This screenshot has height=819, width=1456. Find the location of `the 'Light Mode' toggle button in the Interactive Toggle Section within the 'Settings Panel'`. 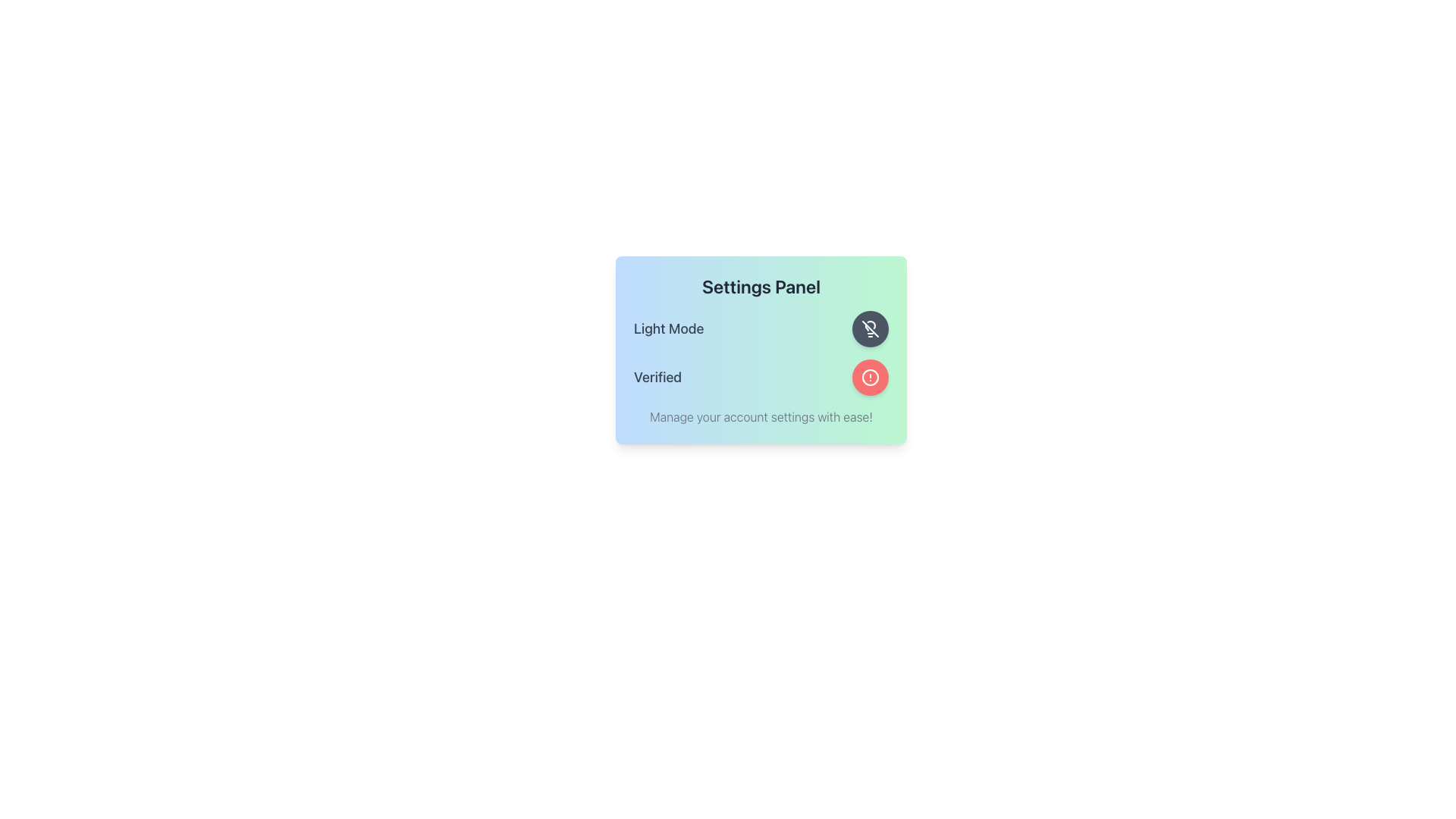

the 'Light Mode' toggle button in the Interactive Toggle Section within the 'Settings Panel' is located at coordinates (761, 328).